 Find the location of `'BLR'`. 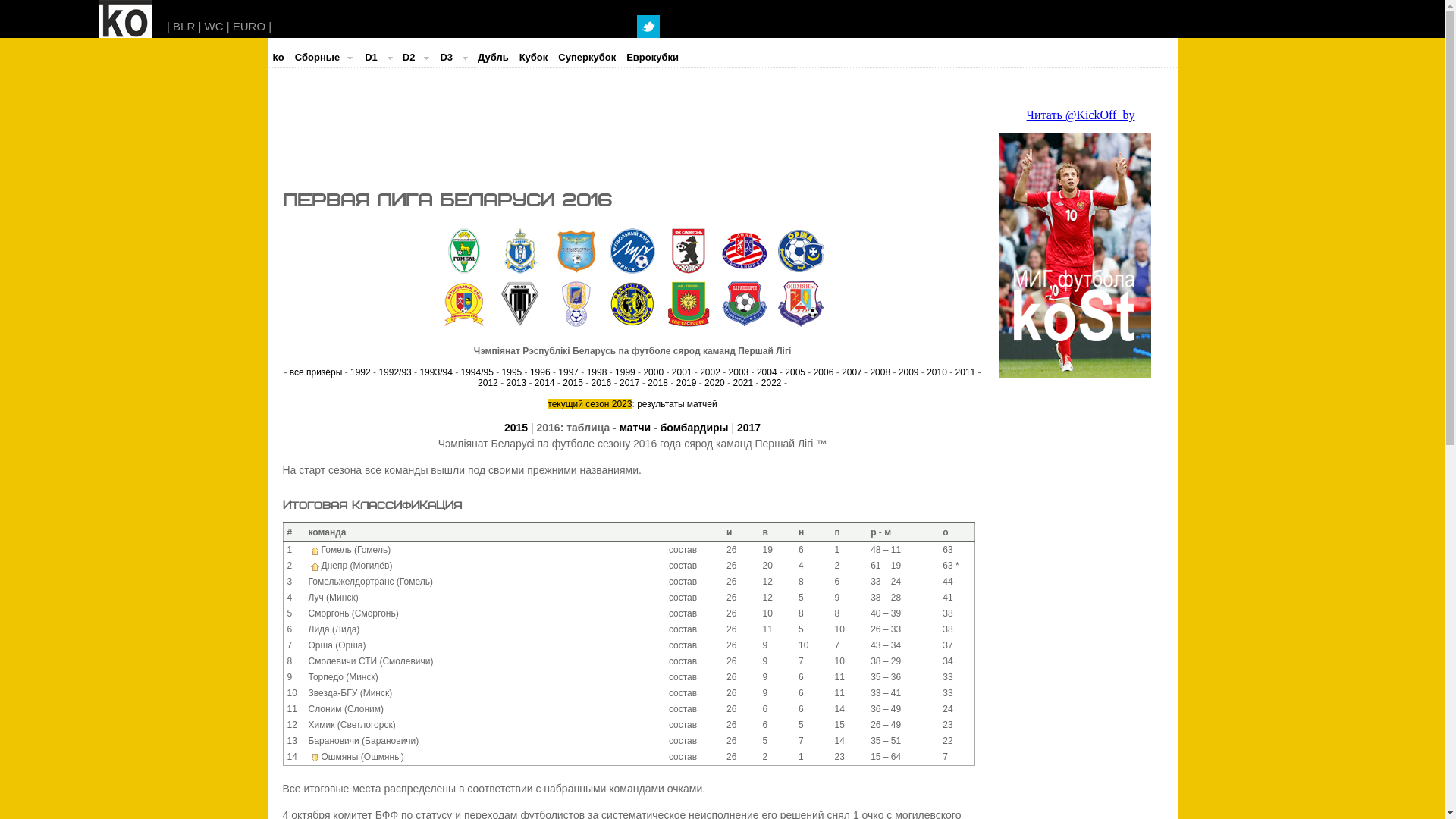

'BLR' is located at coordinates (183, 26).